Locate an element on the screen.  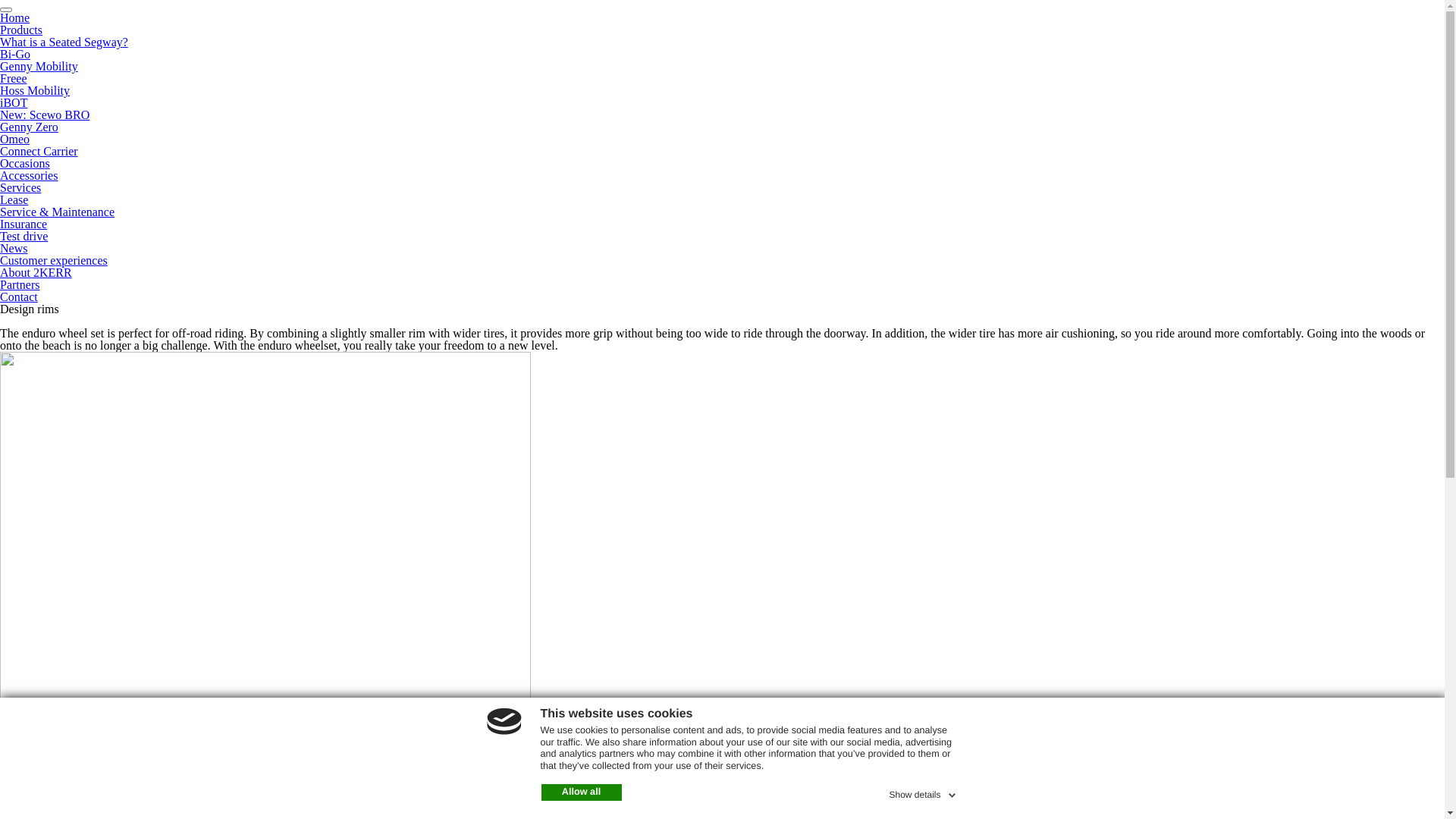
'New: Scewo BRO' is located at coordinates (0, 114).